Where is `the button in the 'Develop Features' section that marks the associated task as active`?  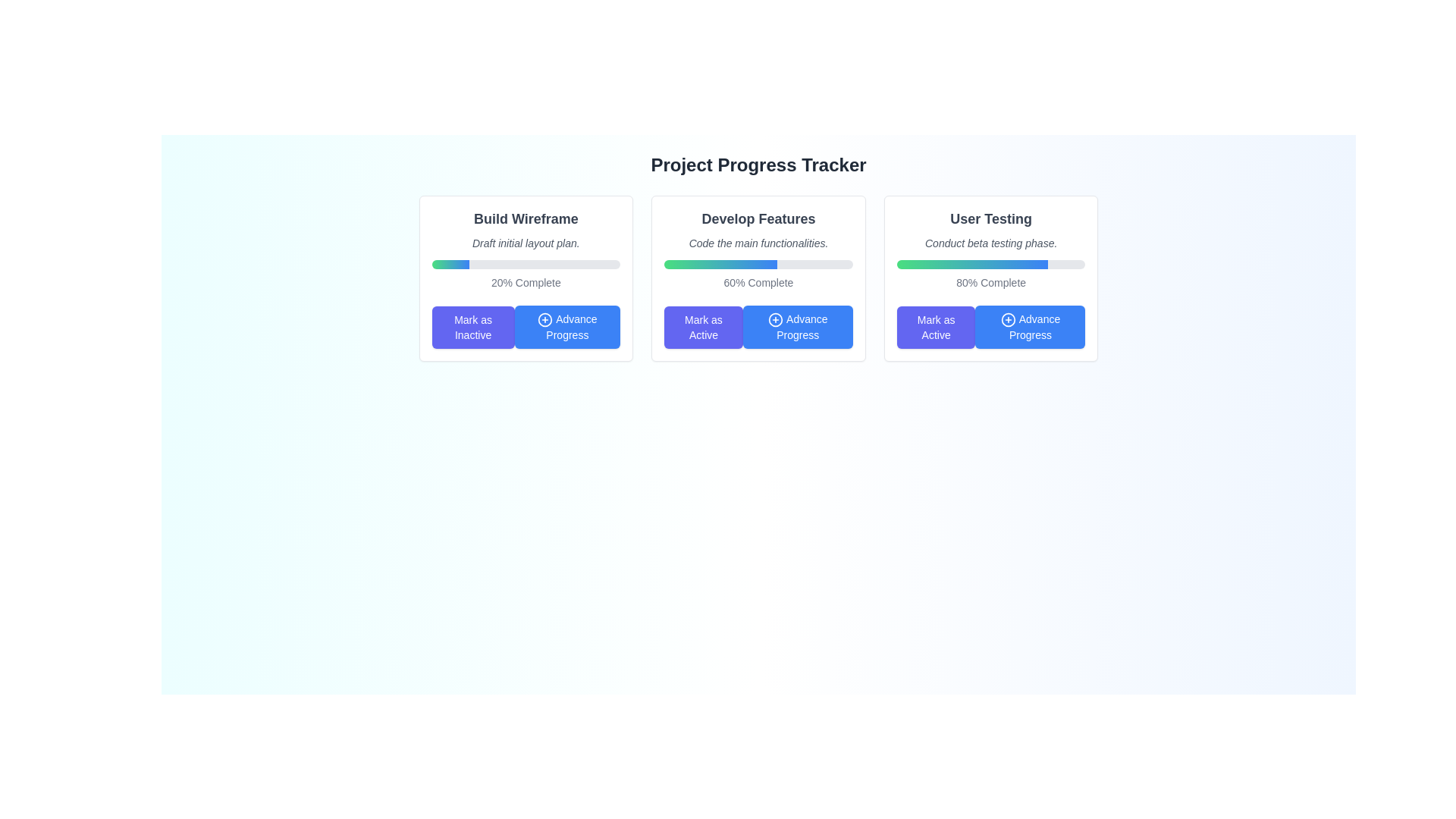 the button in the 'Develop Features' section that marks the associated task as active is located at coordinates (702, 326).